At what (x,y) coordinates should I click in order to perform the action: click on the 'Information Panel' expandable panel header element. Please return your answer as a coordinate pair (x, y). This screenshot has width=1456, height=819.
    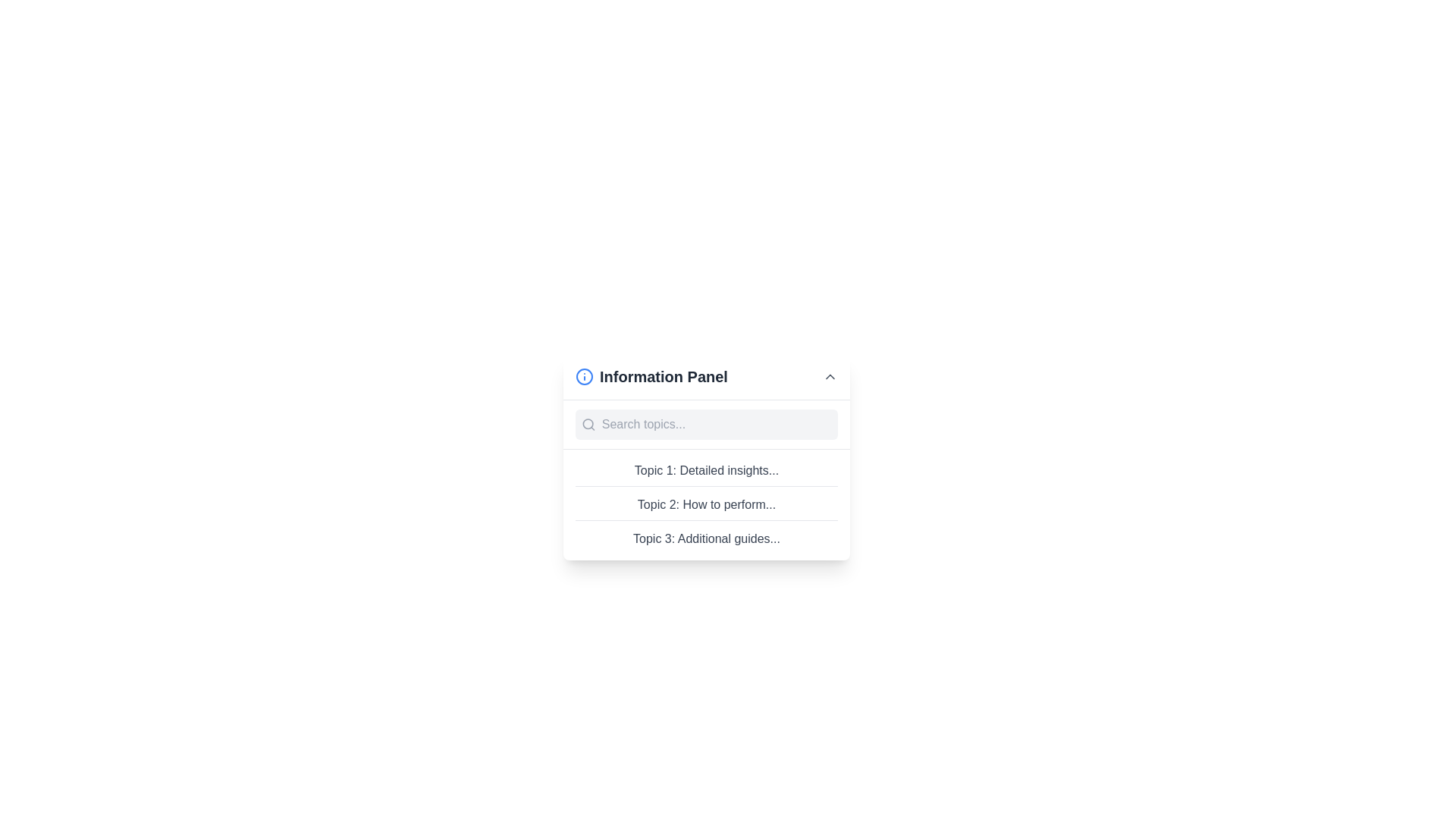
    Looking at the image, I should click on (705, 376).